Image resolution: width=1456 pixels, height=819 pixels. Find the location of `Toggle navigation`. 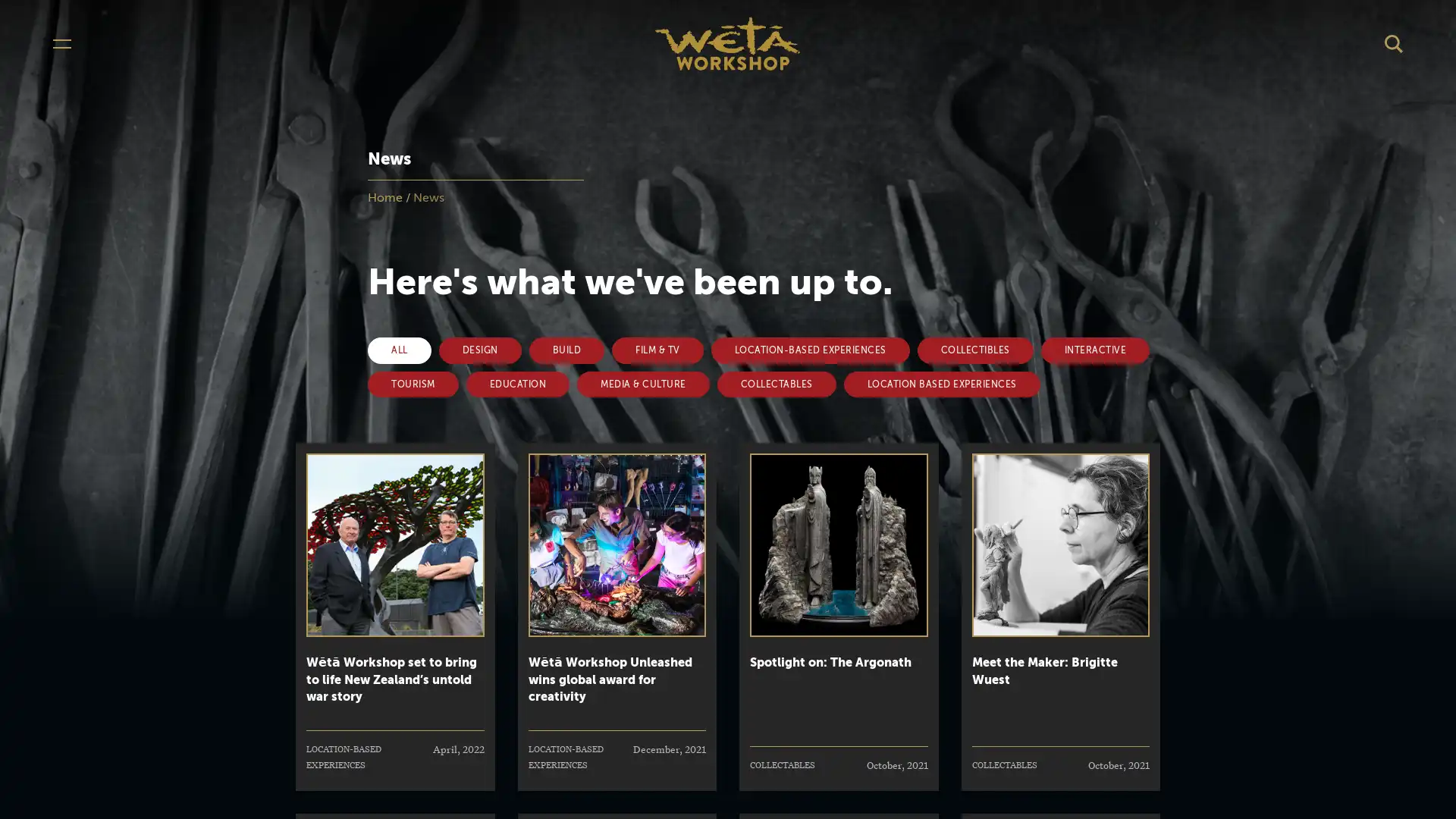

Toggle navigation is located at coordinates (61, 42).